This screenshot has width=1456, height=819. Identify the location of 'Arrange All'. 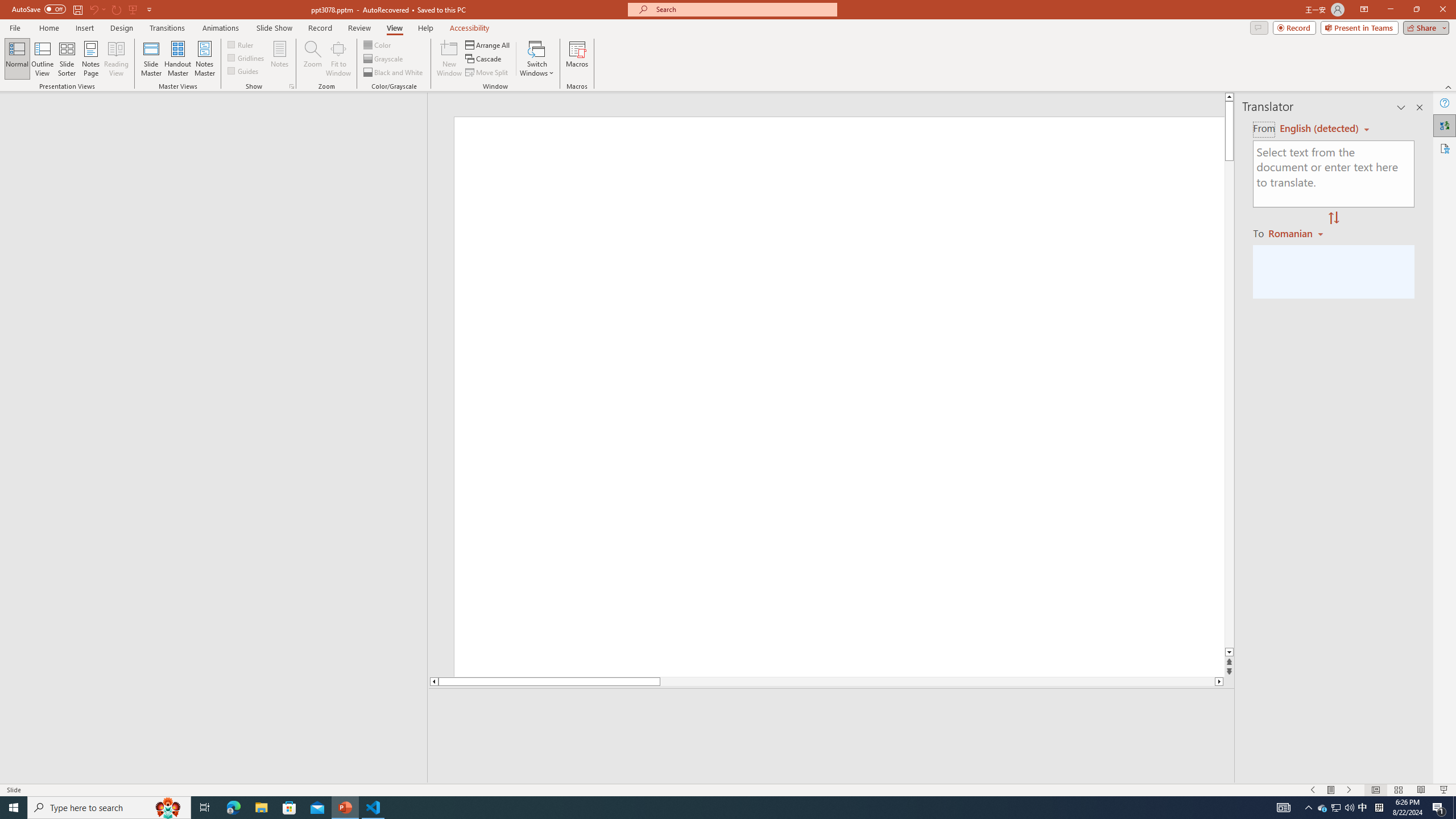
(487, 44).